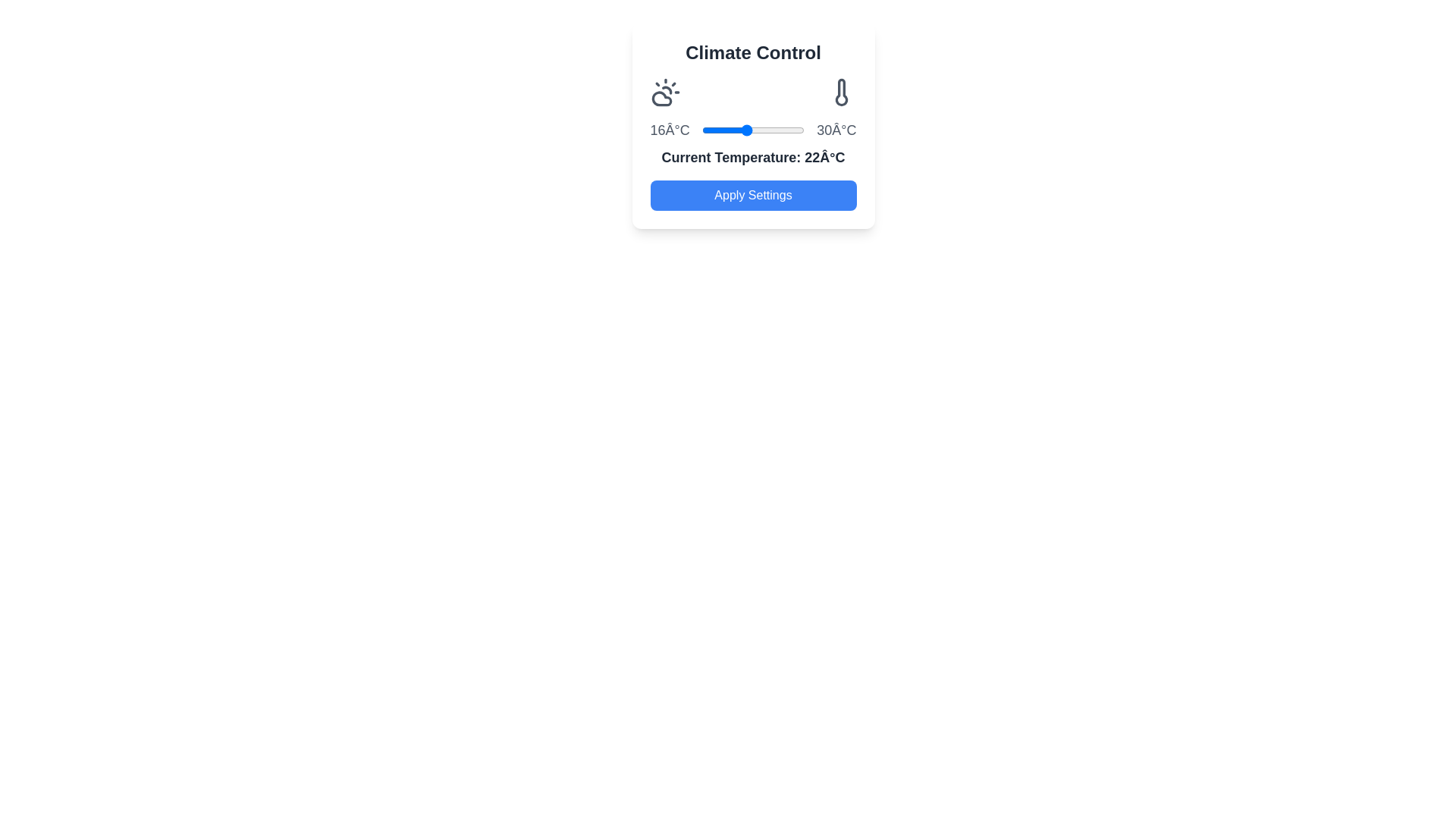 The height and width of the screenshot is (819, 1456). I want to click on the temperature, so click(701, 130).